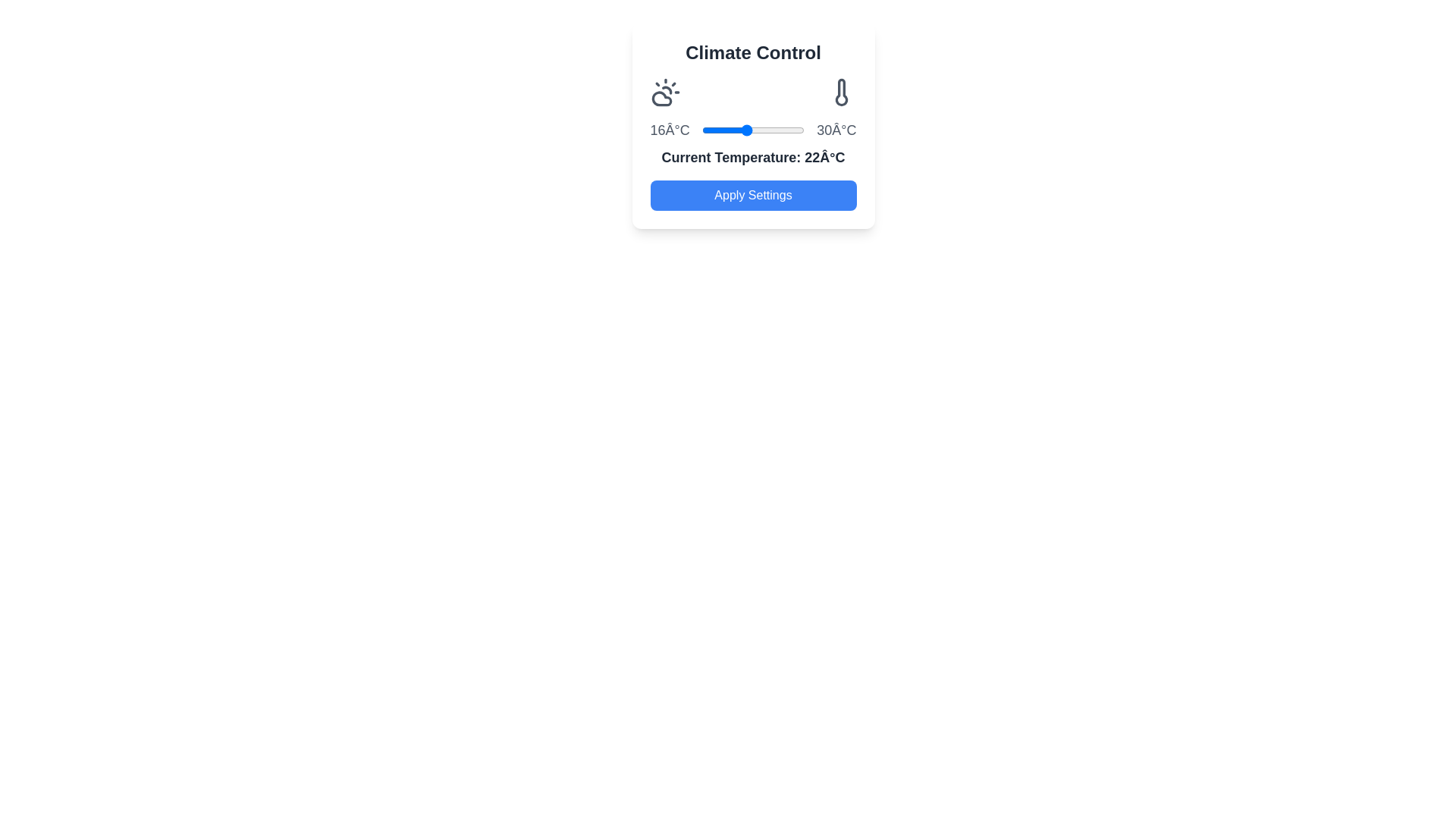 The height and width of the screenshot is (819, 1456). I want to click on the temperature, so click(701, 130).